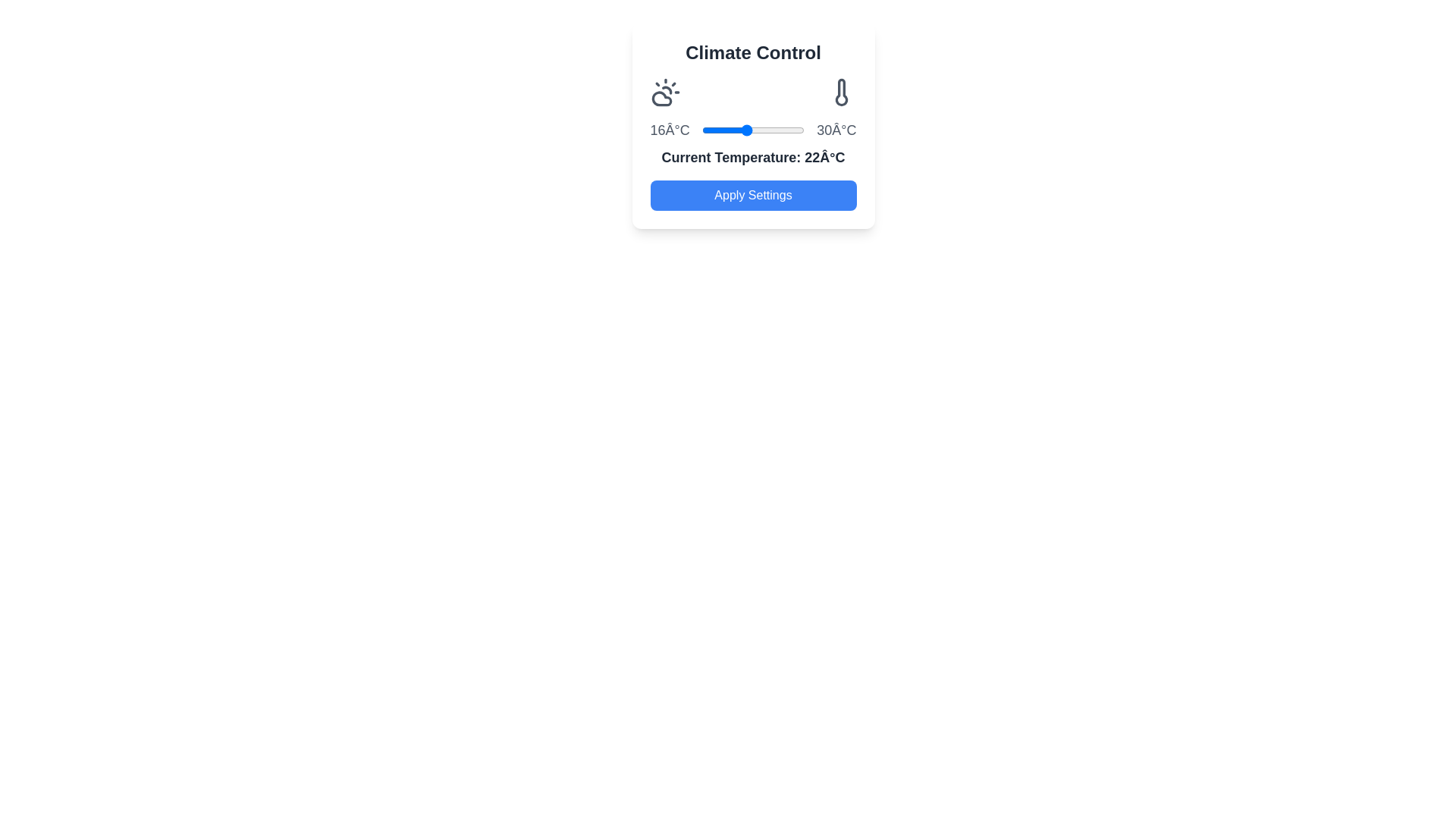 The height and width of the screenshot is (819, 1456). I want to click on the temperature, so click(701, 130).